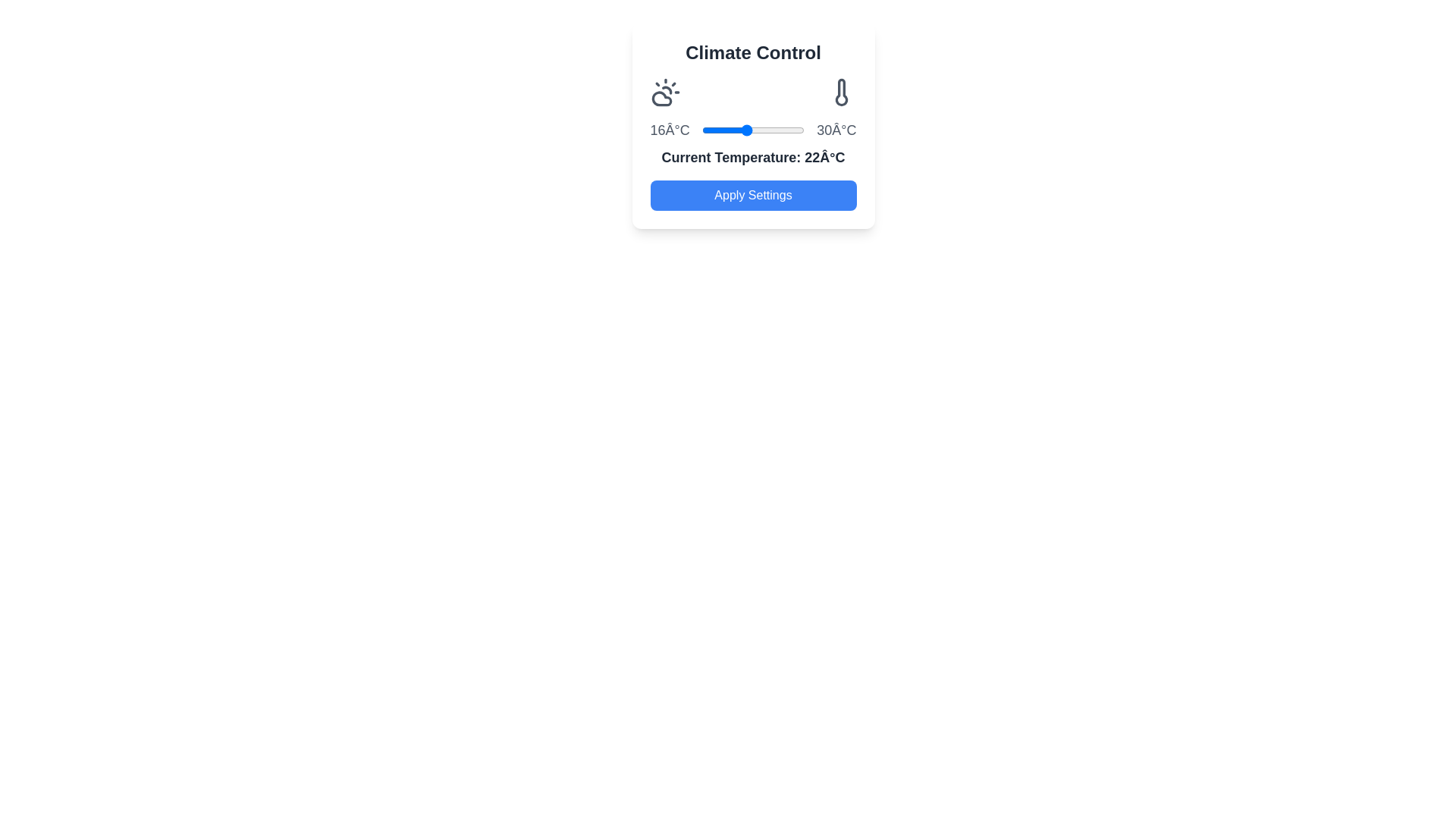 The height and width of the screenshot is (819, 1456). I want to click on the temperature, so click(701, 130).